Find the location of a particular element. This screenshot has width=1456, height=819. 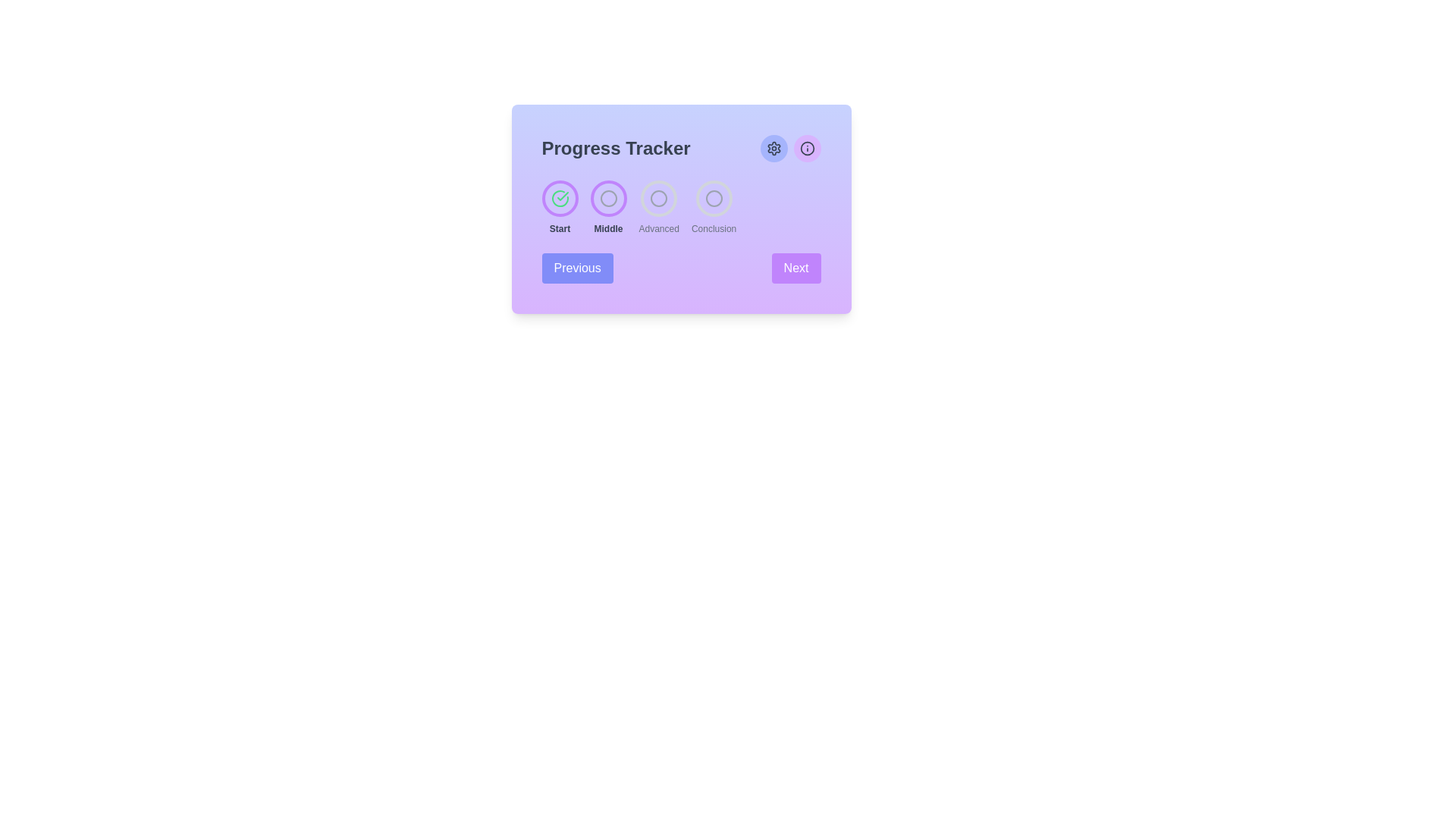

the Circular status indicator with a purple border and a green check symbol, located in the first column of a progress tracker labeled 'Start' is located at coordinates (559, 198).